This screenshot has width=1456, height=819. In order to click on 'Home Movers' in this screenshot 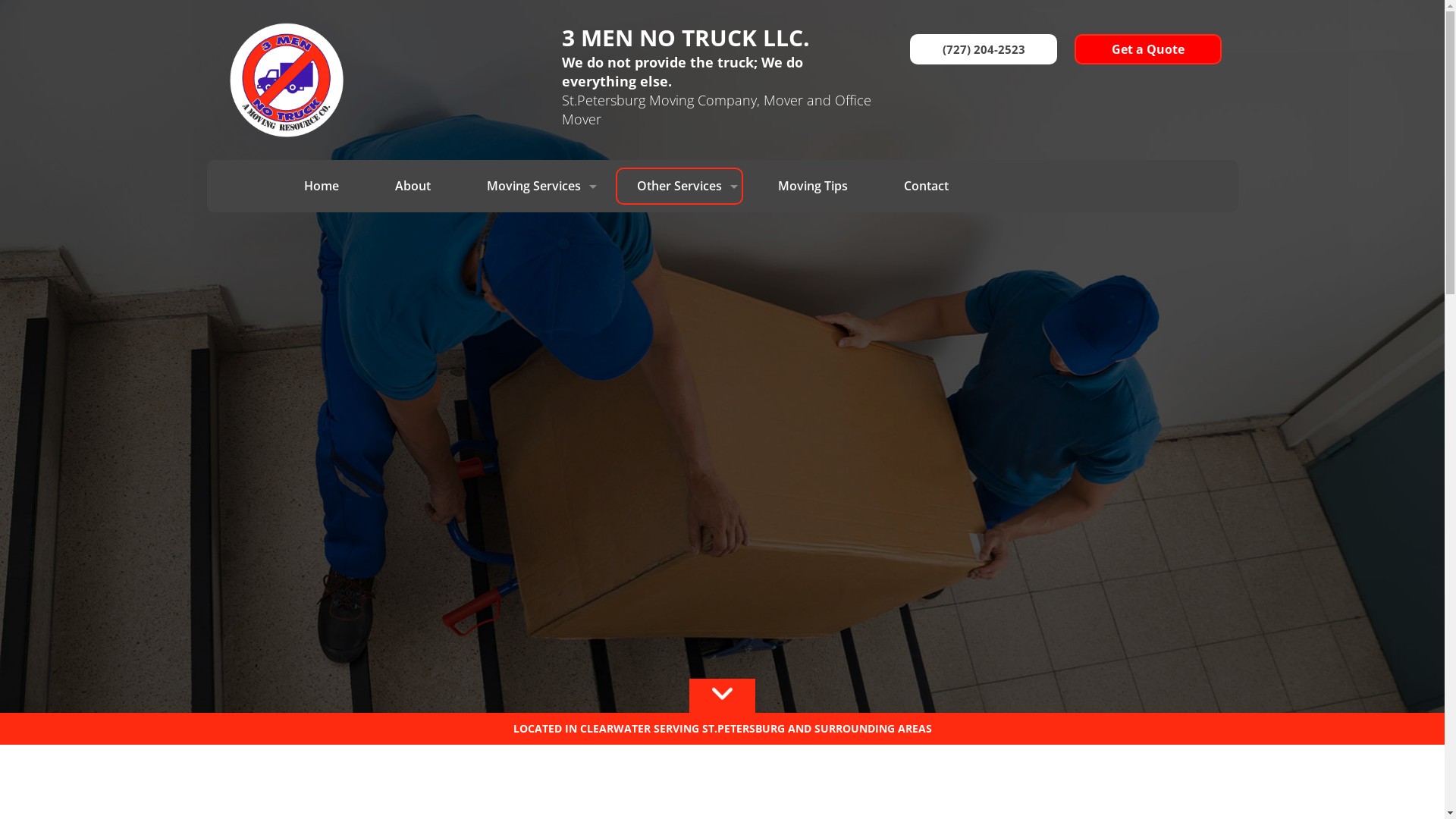, I will do `click(534, 309)`.